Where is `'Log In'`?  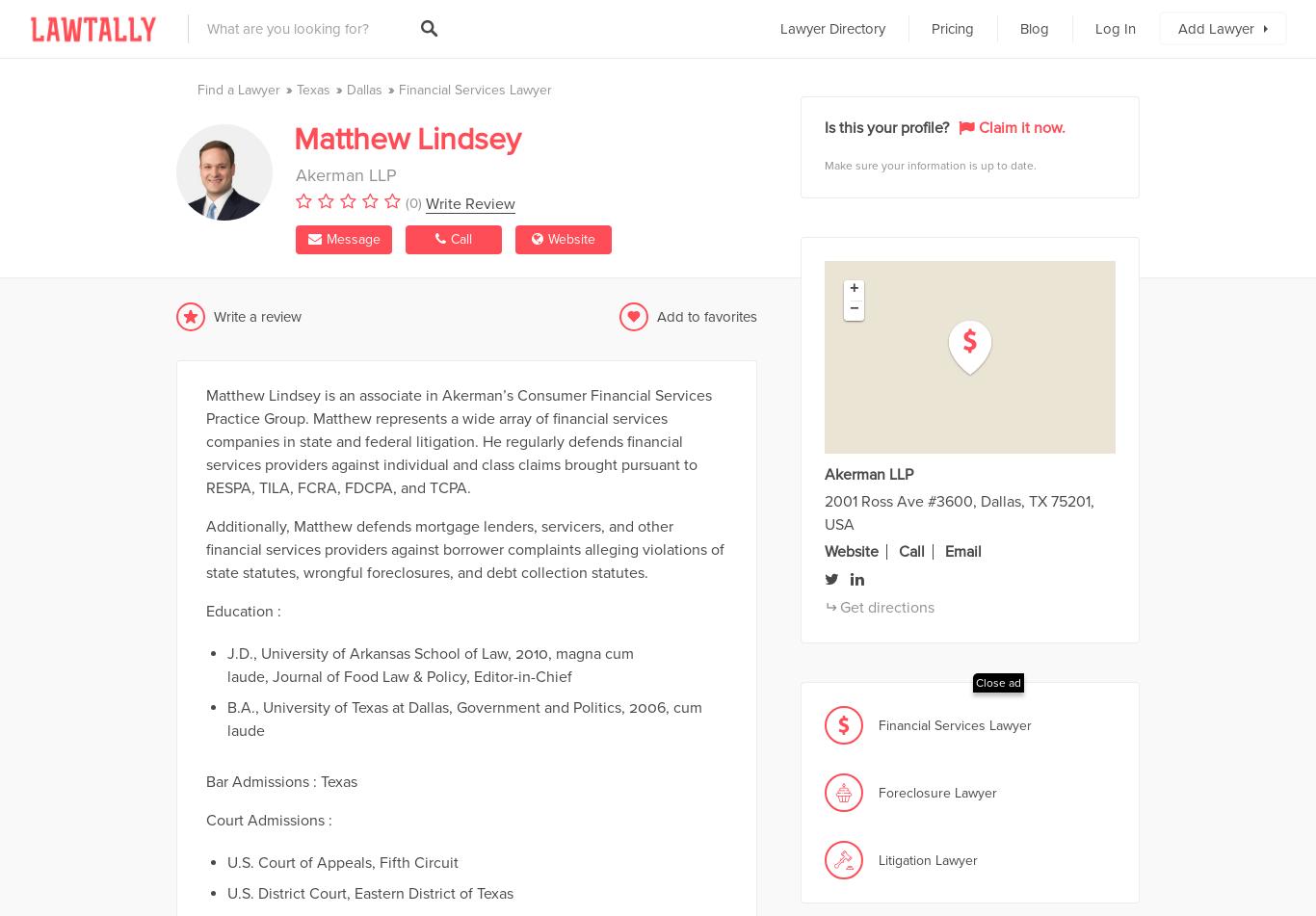 'Log In' is located at coordinates (1115, 28).